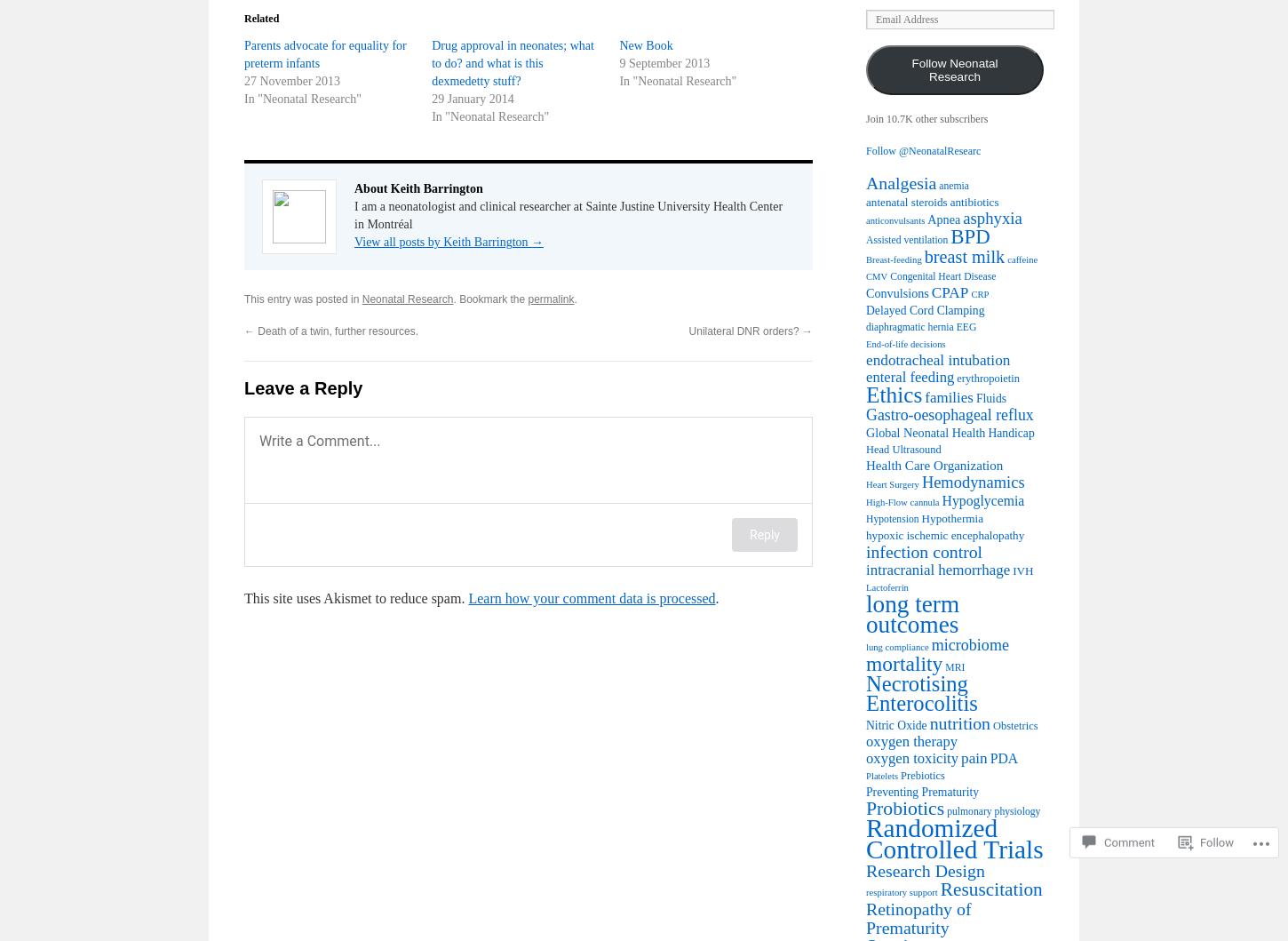  What do you see at coordinates (550, 298) in the screenshot?
I see `'permalink'` at bounding box center [550, 298].